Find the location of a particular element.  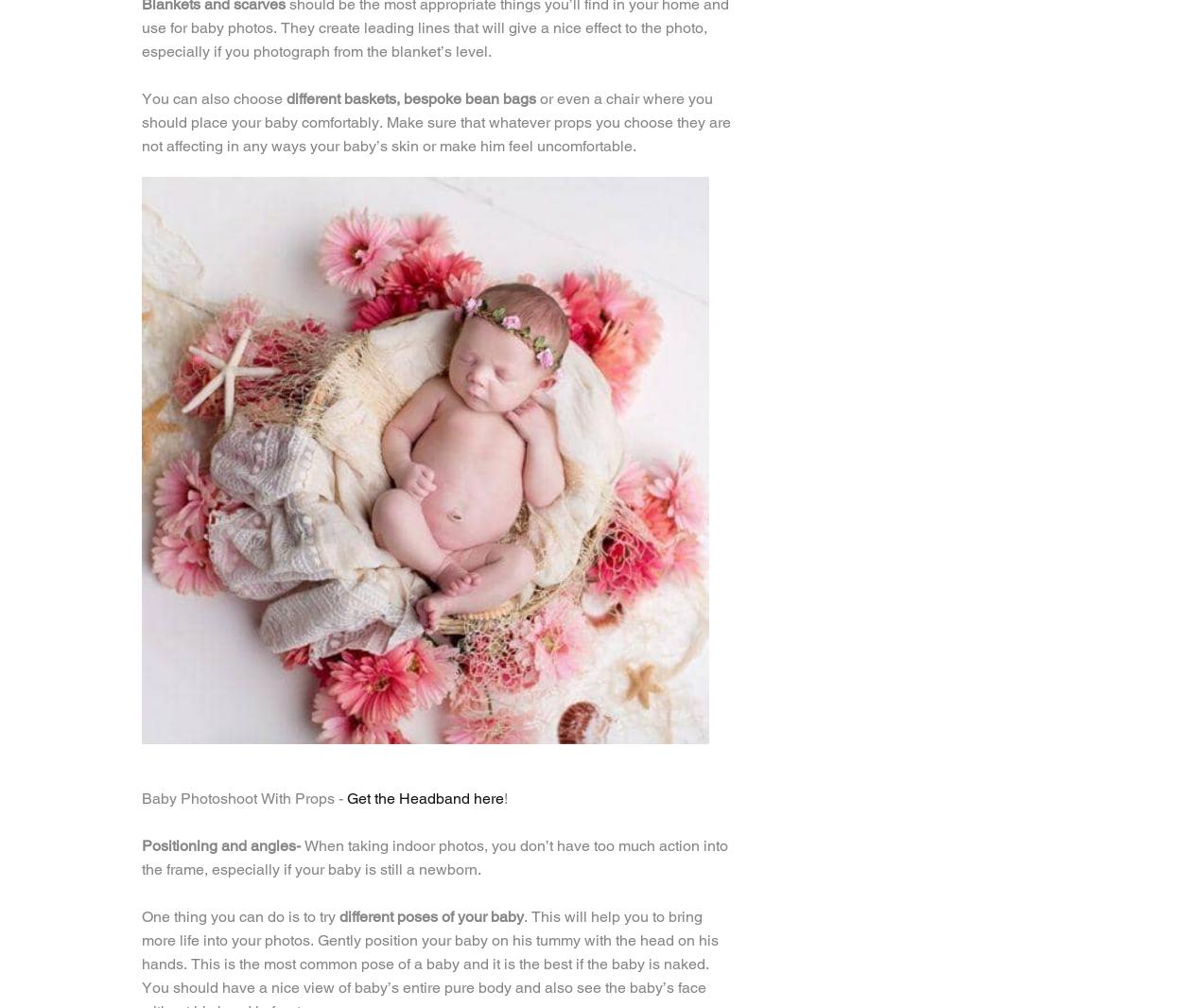

'different baskets, bespoke bean bags' is located at coordinates (410, 97).